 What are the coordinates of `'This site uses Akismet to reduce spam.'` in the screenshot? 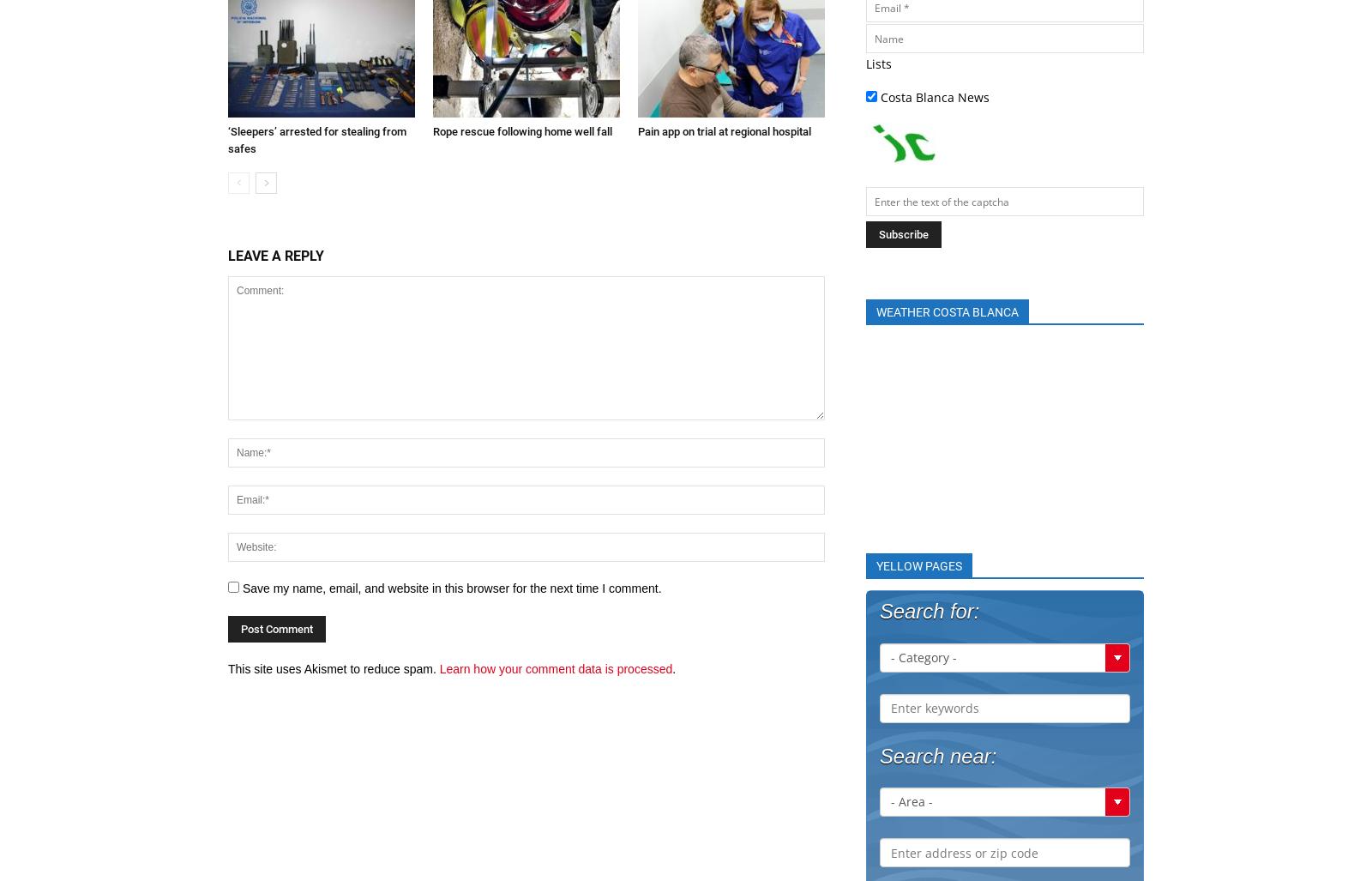 It's located at (333, 667).